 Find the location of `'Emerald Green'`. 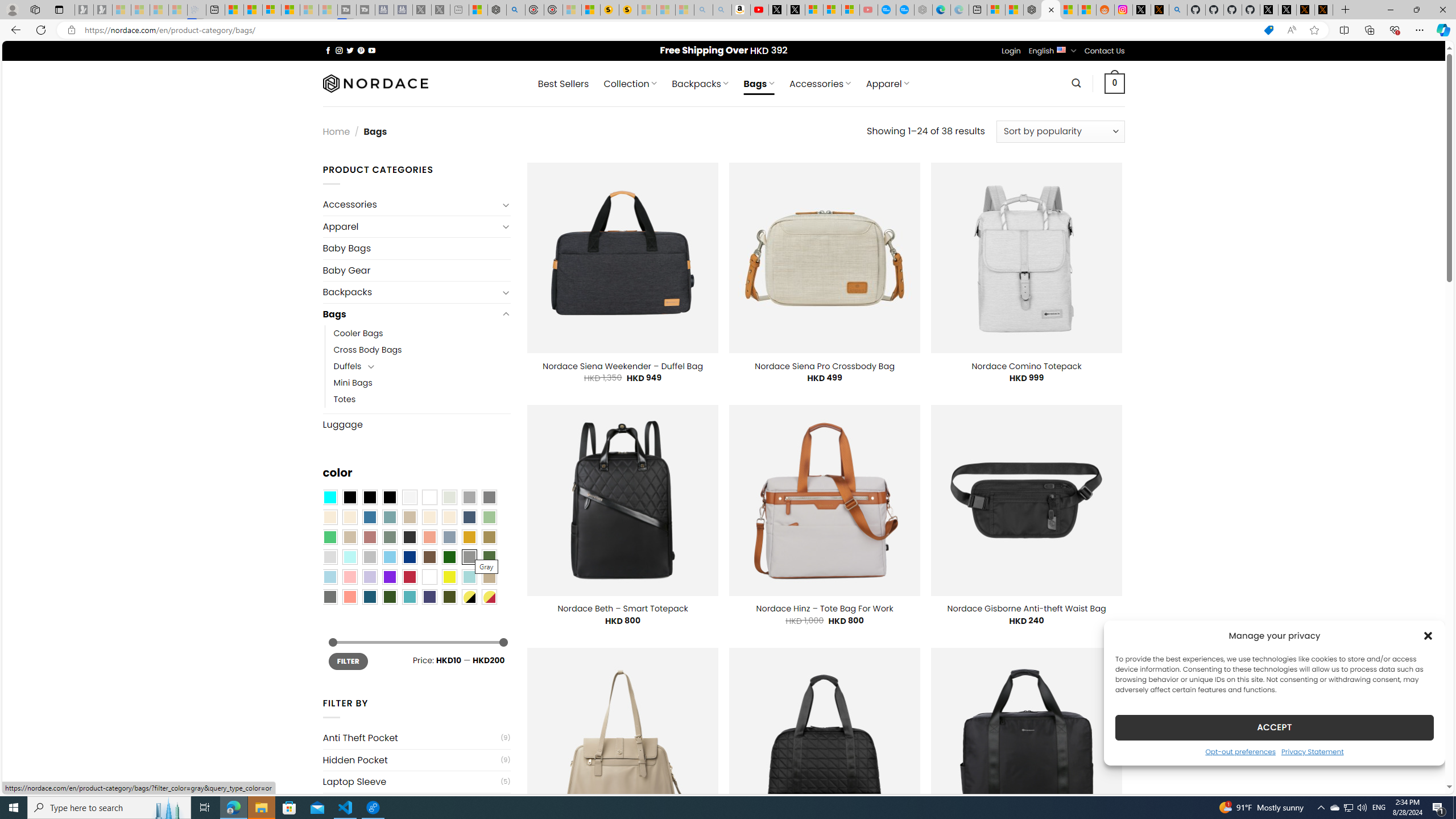

'Emerald Green' is located at coordinates (329, 536).